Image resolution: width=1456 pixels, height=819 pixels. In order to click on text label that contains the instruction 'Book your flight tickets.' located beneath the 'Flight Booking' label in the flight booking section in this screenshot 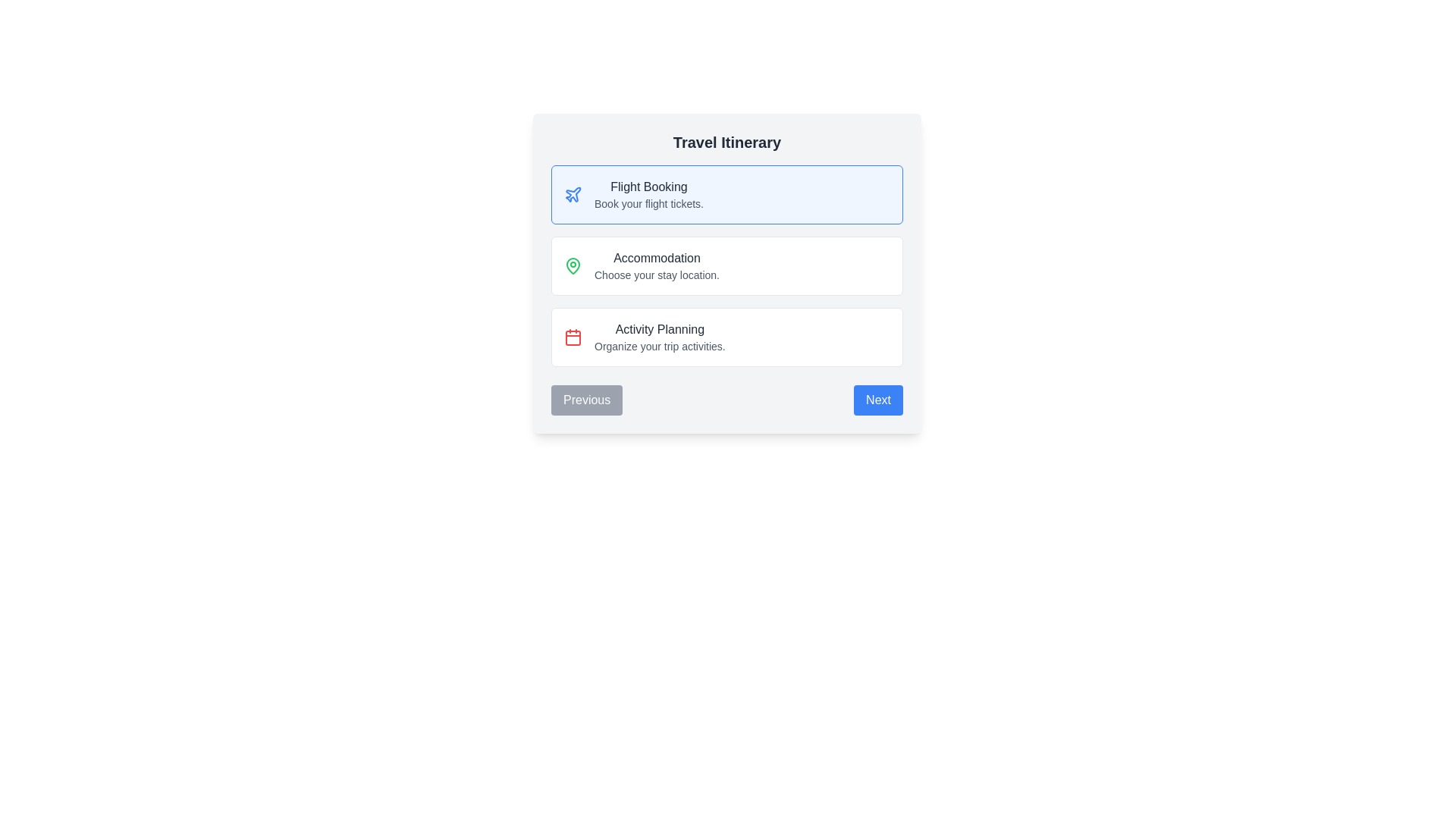, I will do `click(648, 203)`.